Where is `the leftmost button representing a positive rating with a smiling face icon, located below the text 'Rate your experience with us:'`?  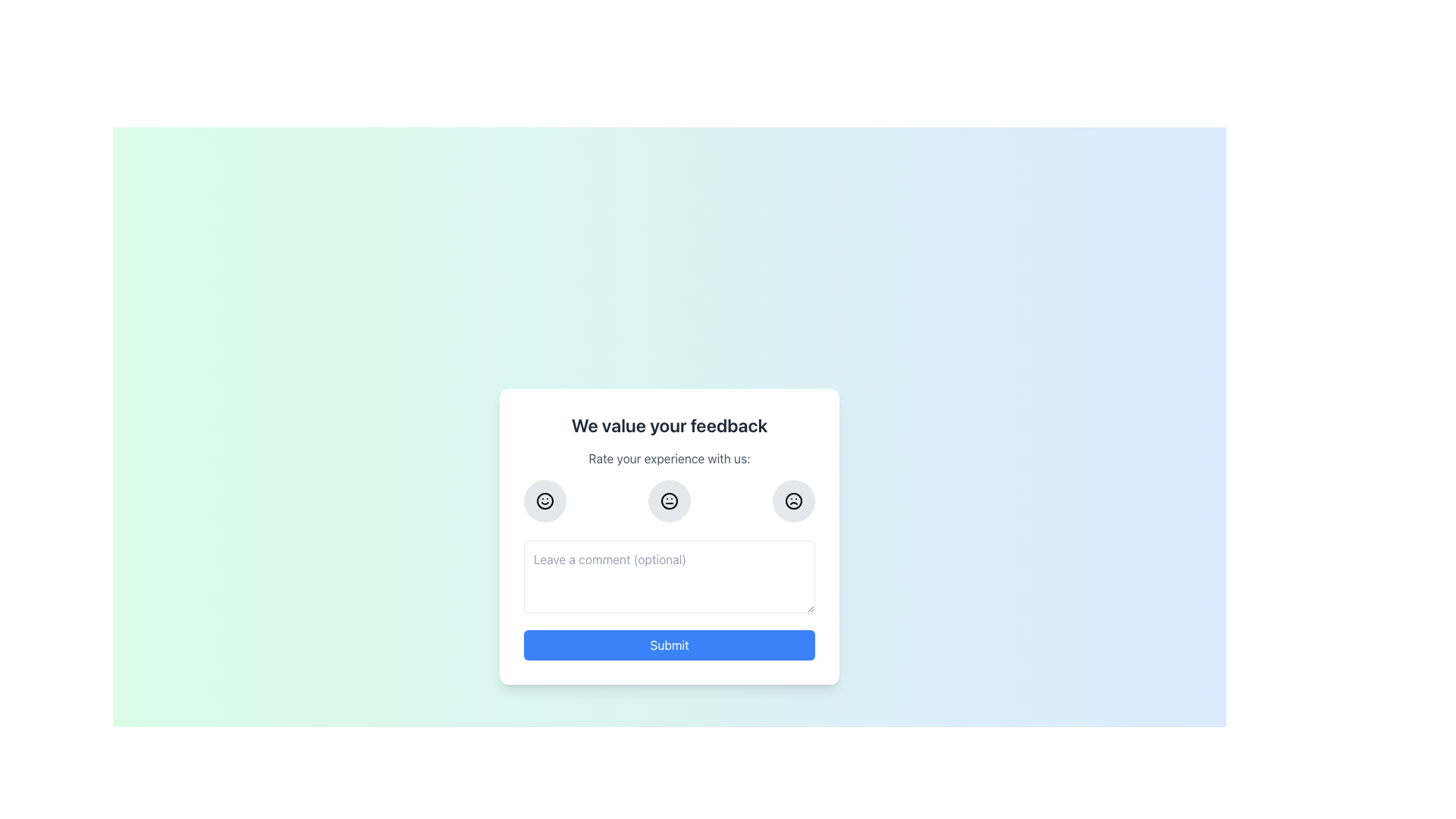 the leftmost button representing a positive rating with a smiling face icon, located below the text 'Rate your experience with us:' is located at coordinates (545, 500).